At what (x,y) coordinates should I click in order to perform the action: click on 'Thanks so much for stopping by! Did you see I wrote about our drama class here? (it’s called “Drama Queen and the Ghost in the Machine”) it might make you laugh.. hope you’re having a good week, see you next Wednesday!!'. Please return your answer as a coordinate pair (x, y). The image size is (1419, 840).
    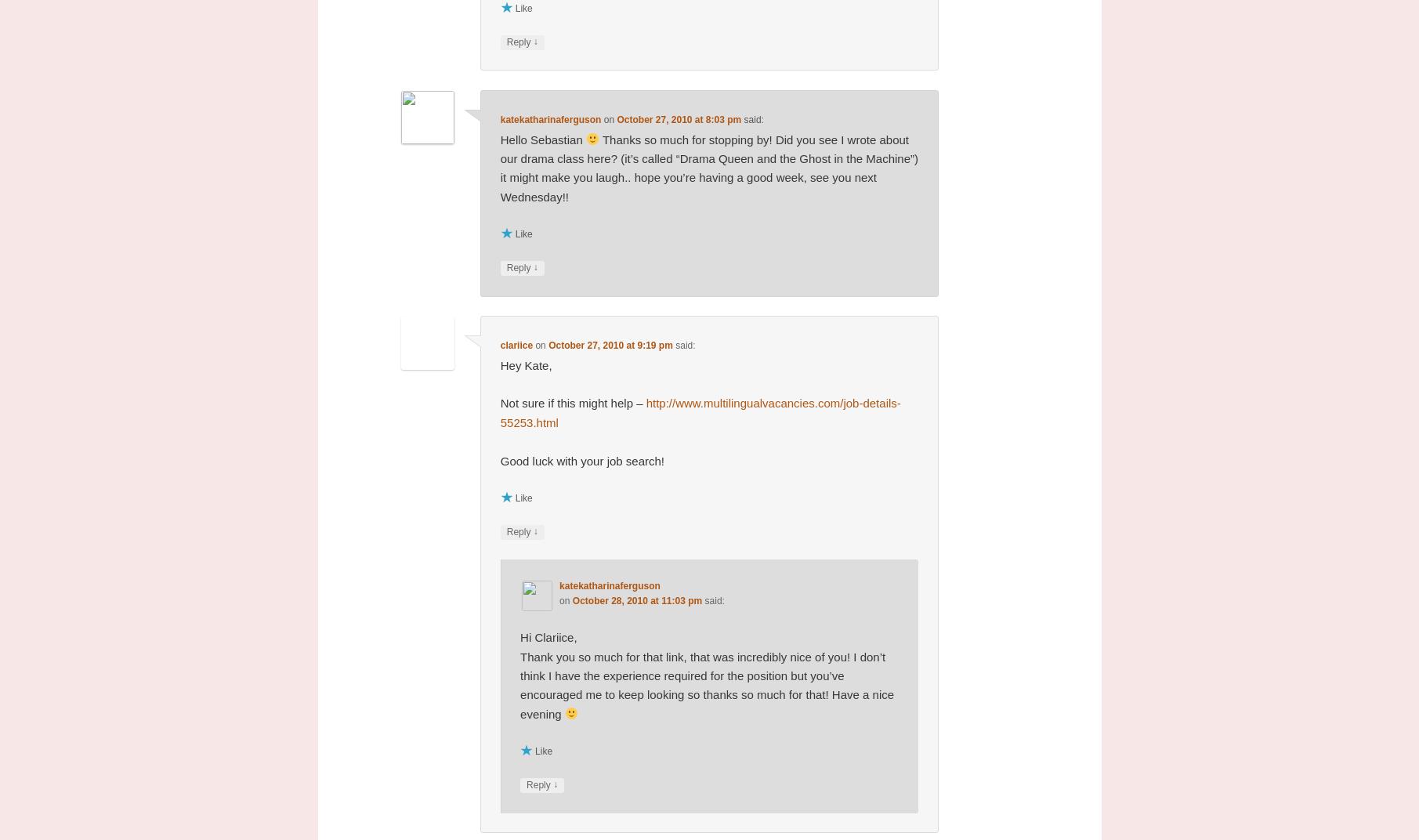
    Looking at the image, I should click on (500, 167).